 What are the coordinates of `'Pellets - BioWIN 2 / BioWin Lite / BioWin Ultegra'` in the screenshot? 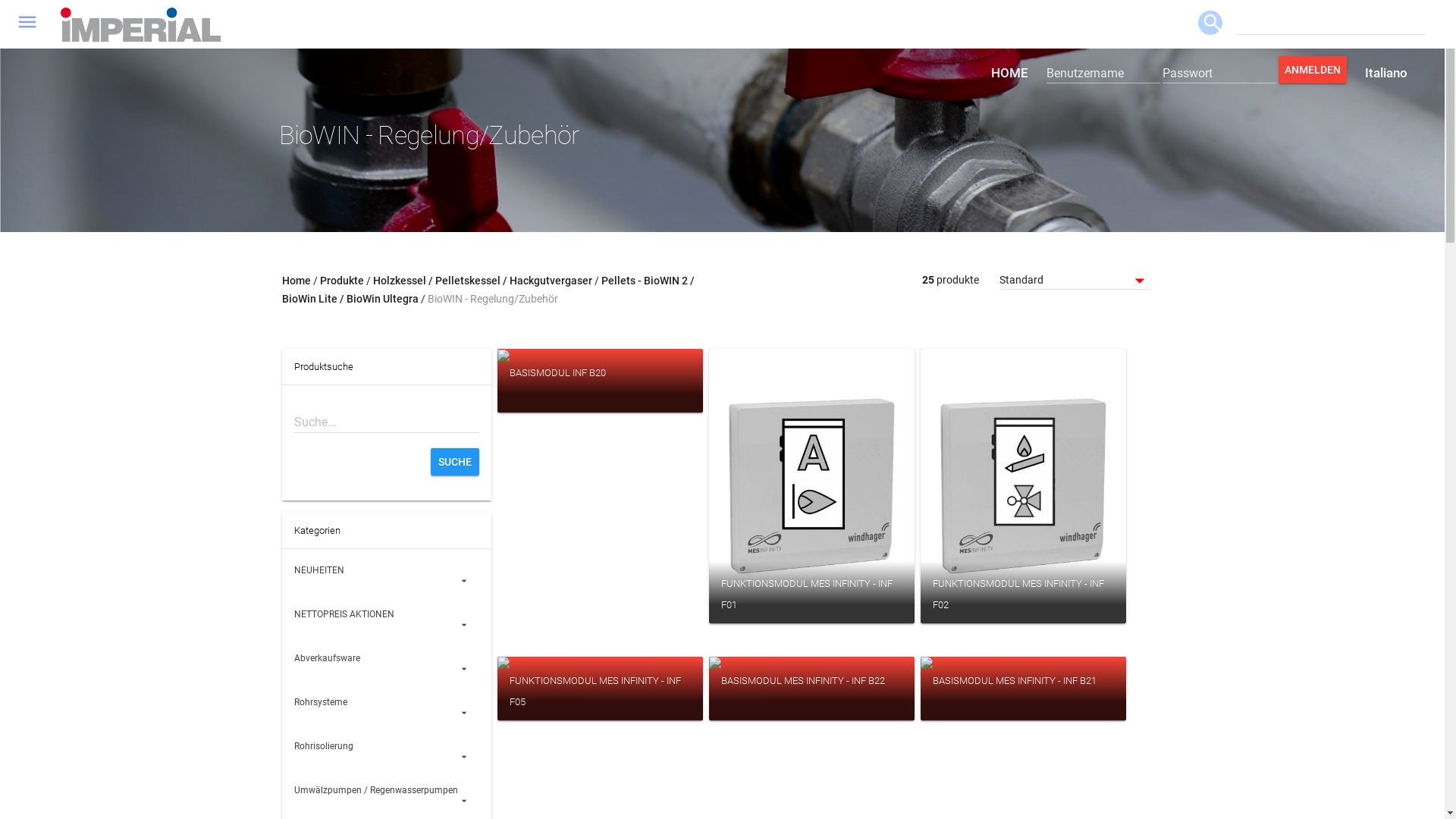 It's located at (488, 289).